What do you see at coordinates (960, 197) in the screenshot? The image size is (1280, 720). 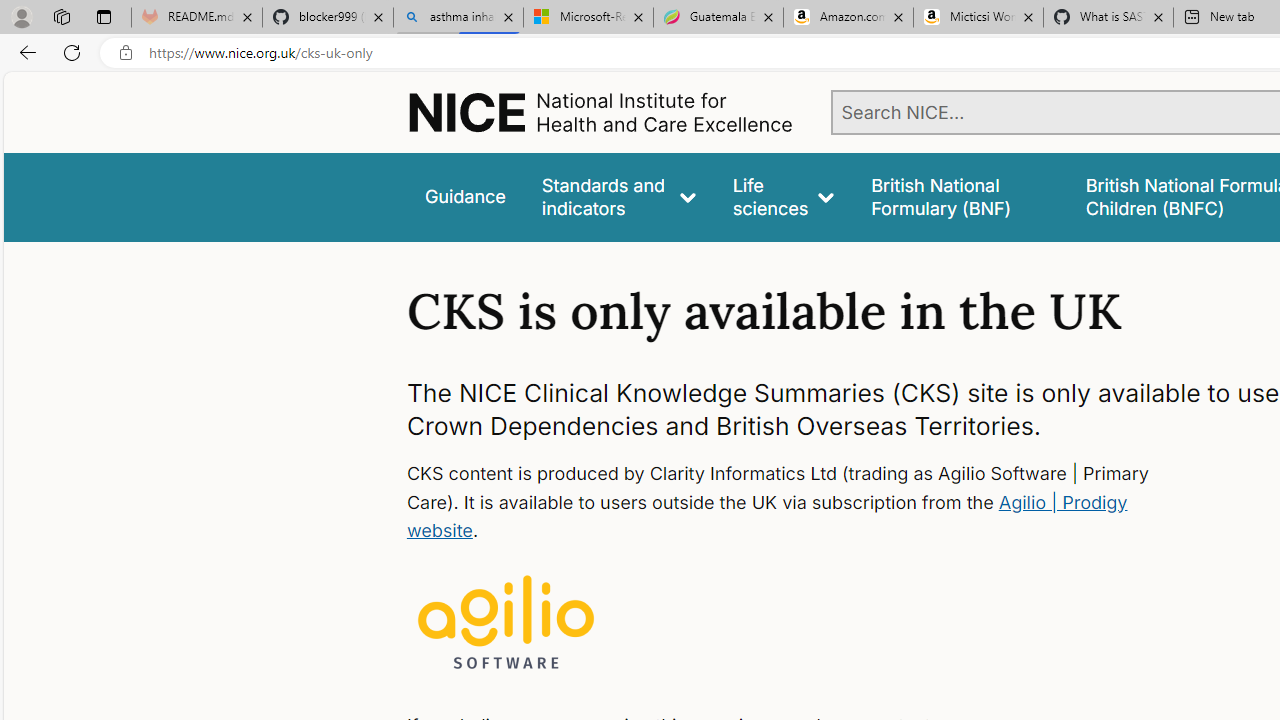 I see `'false'` at bounding box center [960, 197].